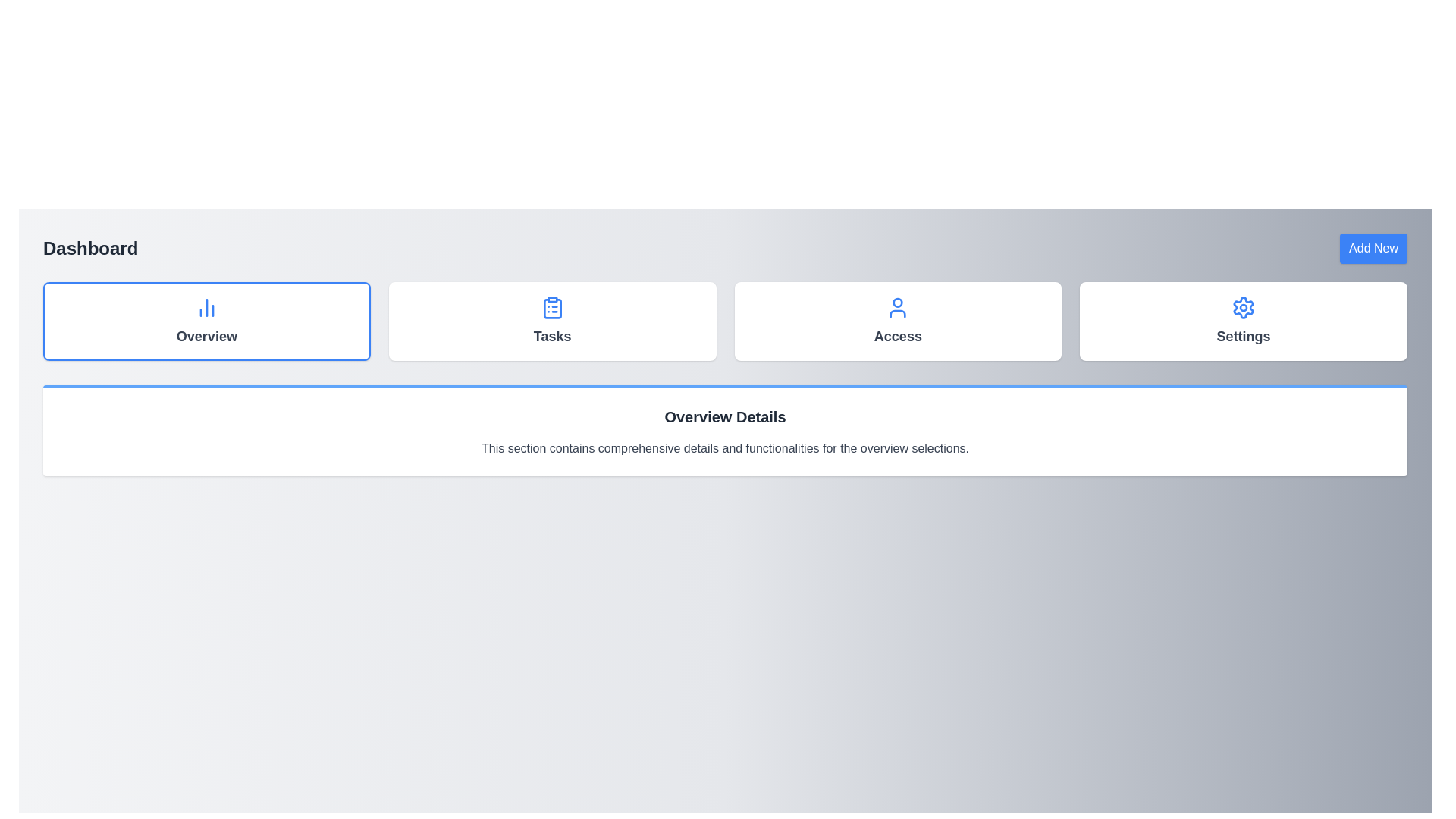 The width and height of the screenshot is (1456, 819). I want to click on the 'Access' button, which is a rectangular button with a white background and a blue user icon above the text, located between the 'Tasks' and 'Settings' buttons, so click(898, 321).